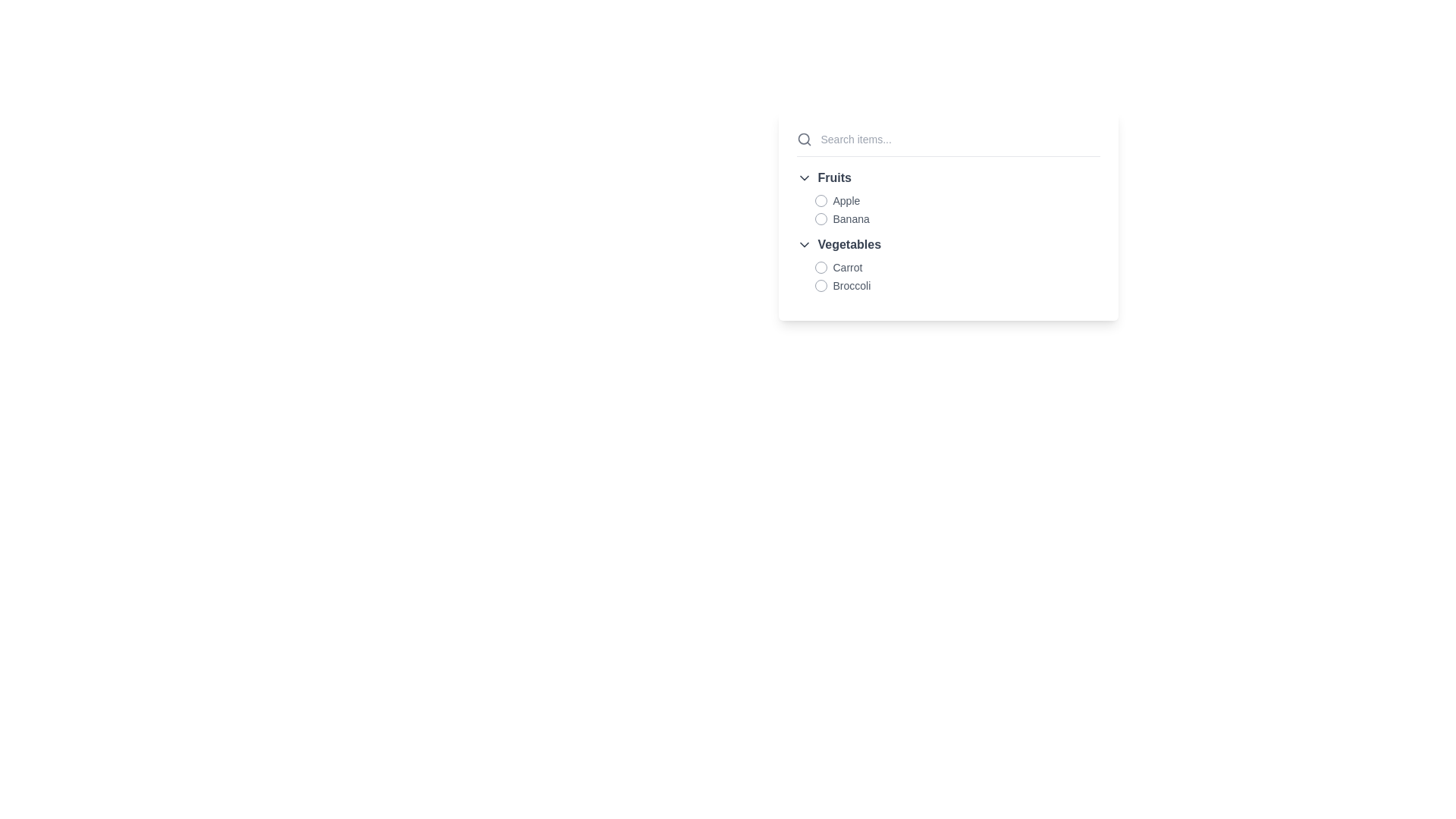 The height and width of the screenshot is (819, 1456). What do you see at coordinates (833, 177) in the screenshot?
I see `the text label reading 'Fruits', which is styled in bold gray font and serves as a section header in the dropdown list` at bounding box center [833, 177].